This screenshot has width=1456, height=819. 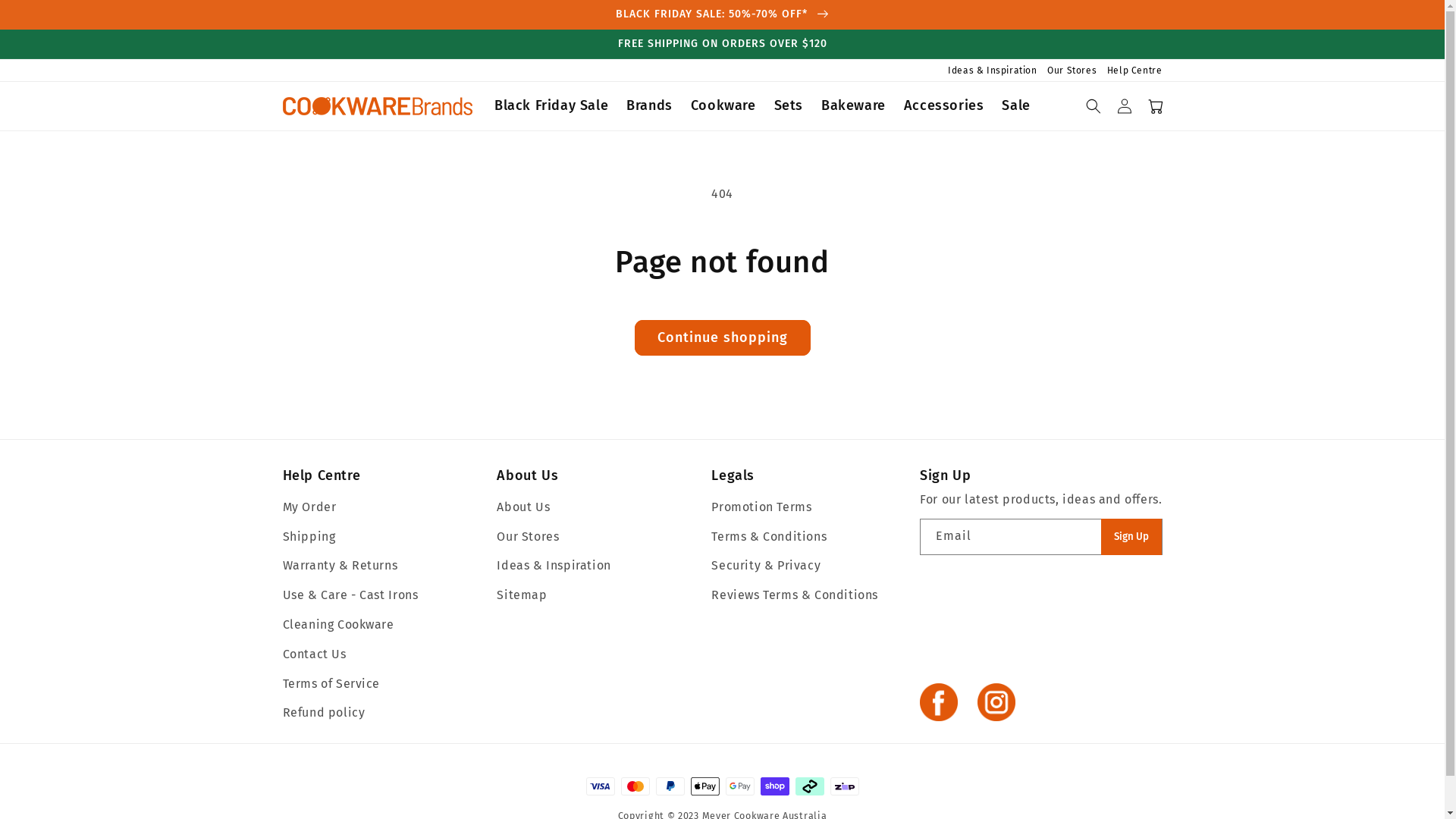 What do you see at coordinates (990, 70) in the screenshot?
I see `'Ideas & Inspiration'` at bounding box center [990, 70].